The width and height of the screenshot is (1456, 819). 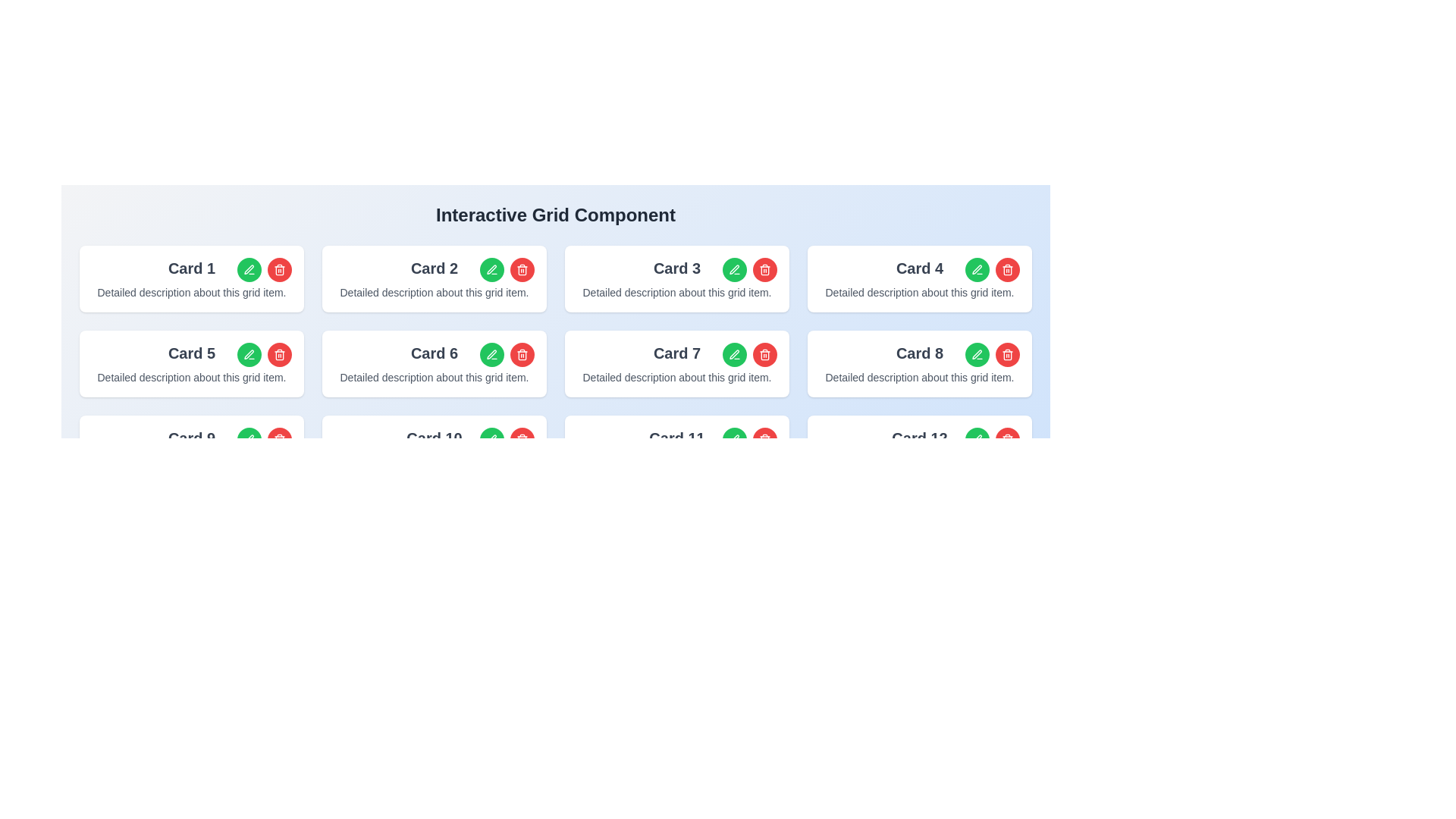 What do you see at coordinates (433, 363) in the screenshot?
I see `title 'Card 6' and the description 'Detailed description about this grid item.' from the sixth card in the grid layout, which has a white background and is located in the Interactive Grid Component` at bounding box center [433, 363].